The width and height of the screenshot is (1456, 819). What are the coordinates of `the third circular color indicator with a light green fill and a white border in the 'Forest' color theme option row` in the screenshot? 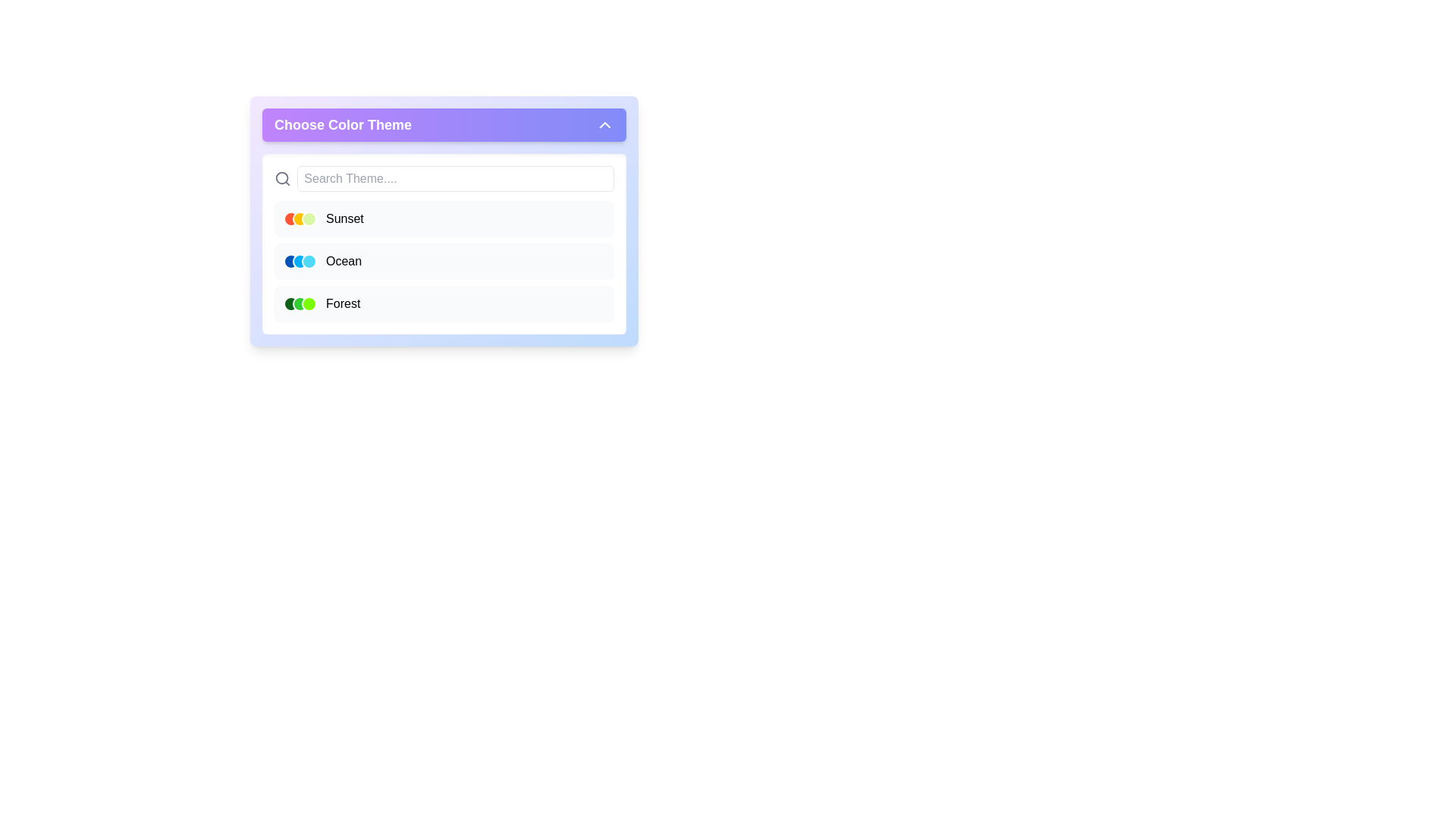 It's located at (309, 304).